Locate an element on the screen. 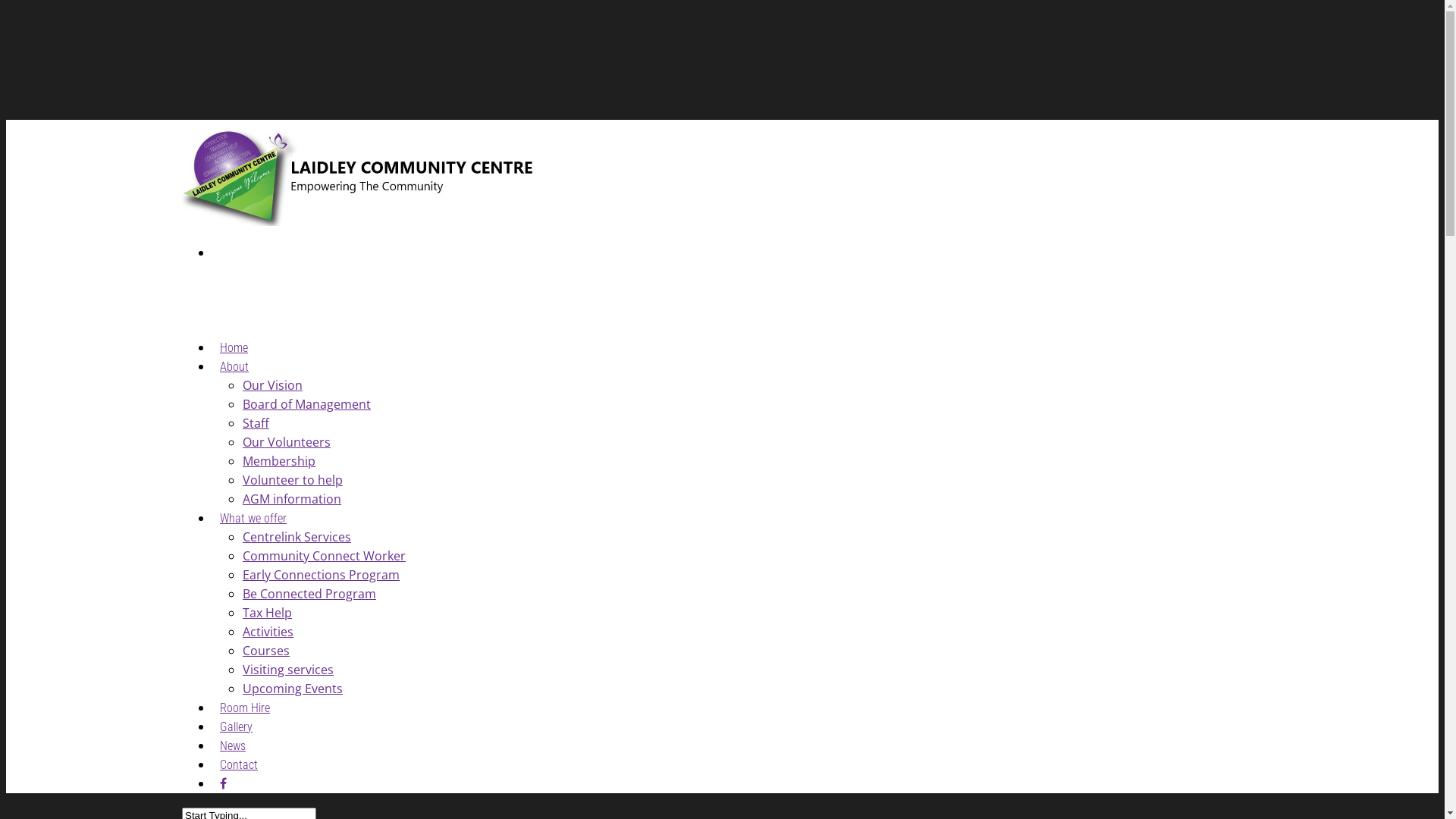  'Courses' is located at coordinates (265, 649).